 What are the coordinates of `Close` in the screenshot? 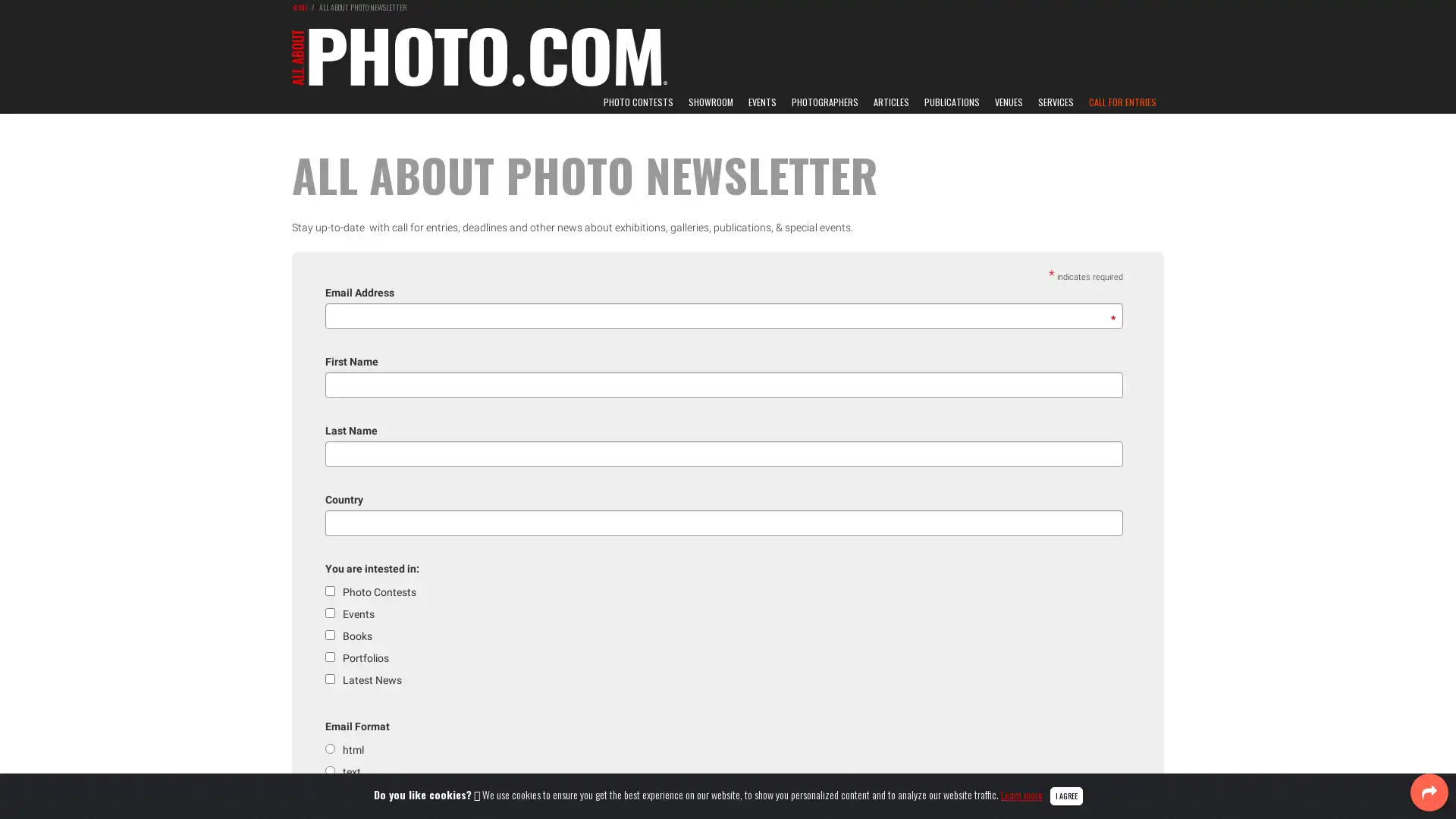 It's located at (1065, 795).